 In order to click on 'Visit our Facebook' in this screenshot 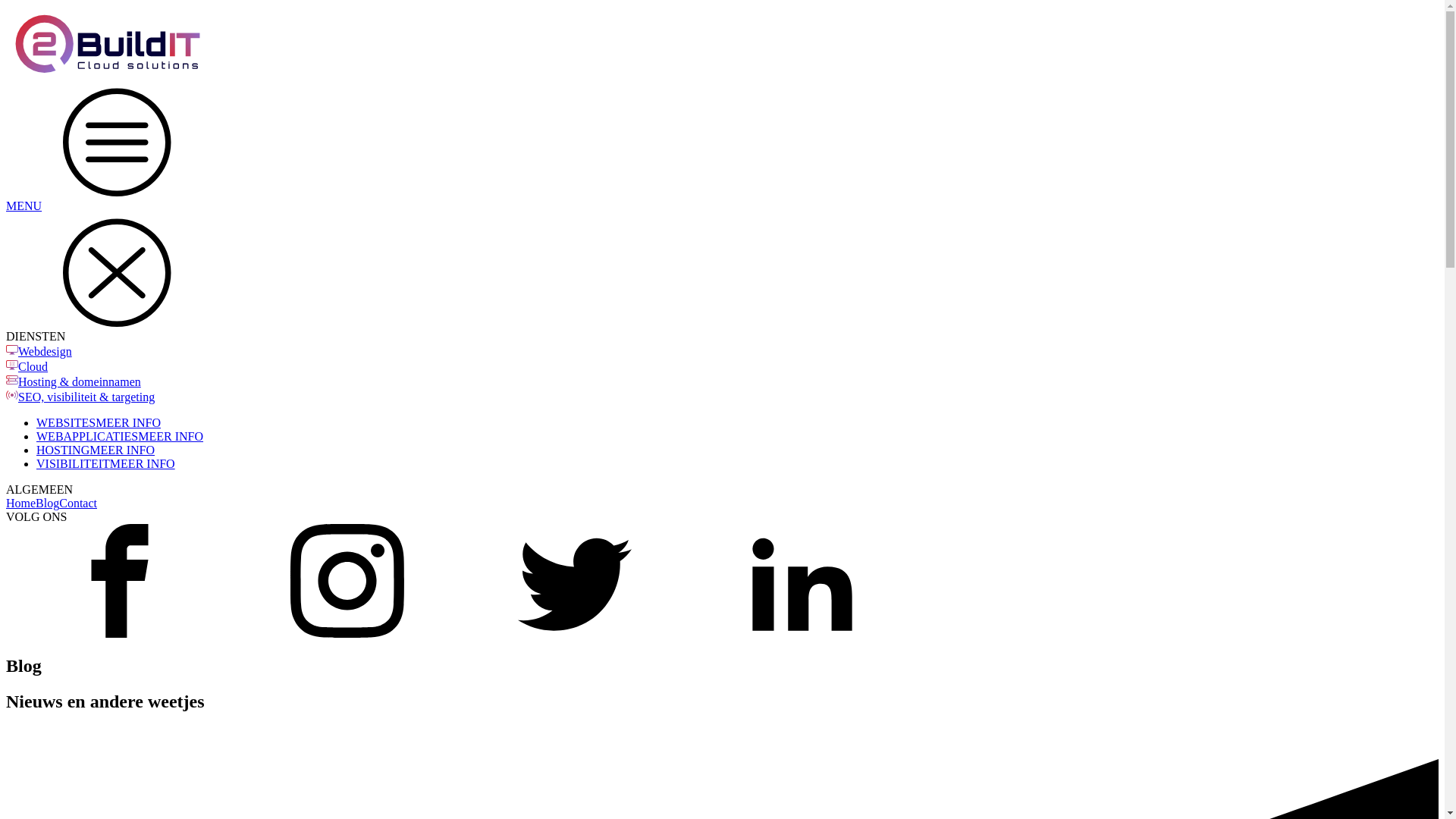, I will do `click(119, 633)`.